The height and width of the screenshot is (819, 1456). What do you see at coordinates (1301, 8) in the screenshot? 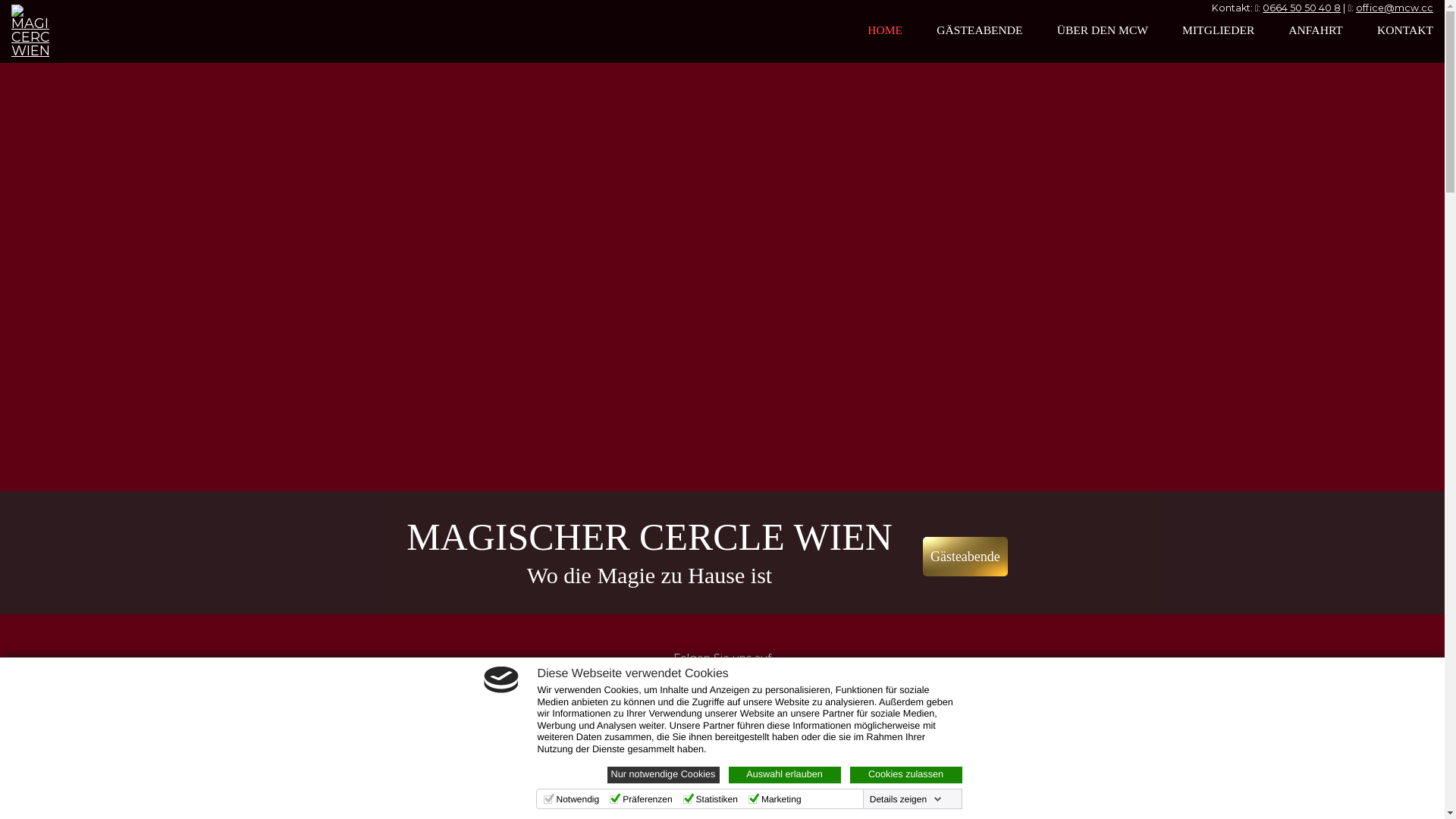
I see `'0664 50 50 40 8'` at bounding box center [1301, 8].